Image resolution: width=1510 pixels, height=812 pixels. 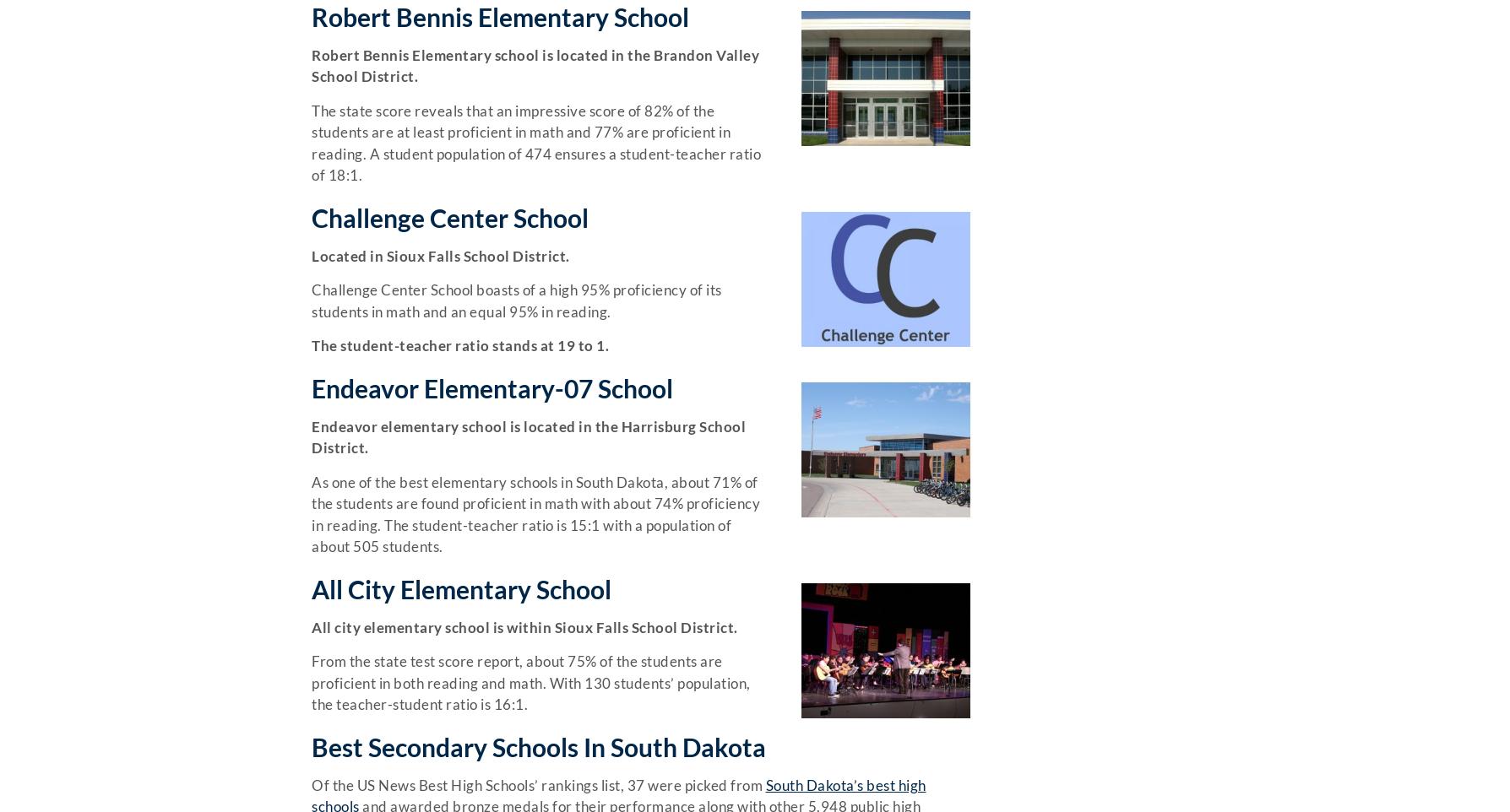 I want to click on 'All city elementary school is within Sioux Falls School District.', so click(x=311, y=626).